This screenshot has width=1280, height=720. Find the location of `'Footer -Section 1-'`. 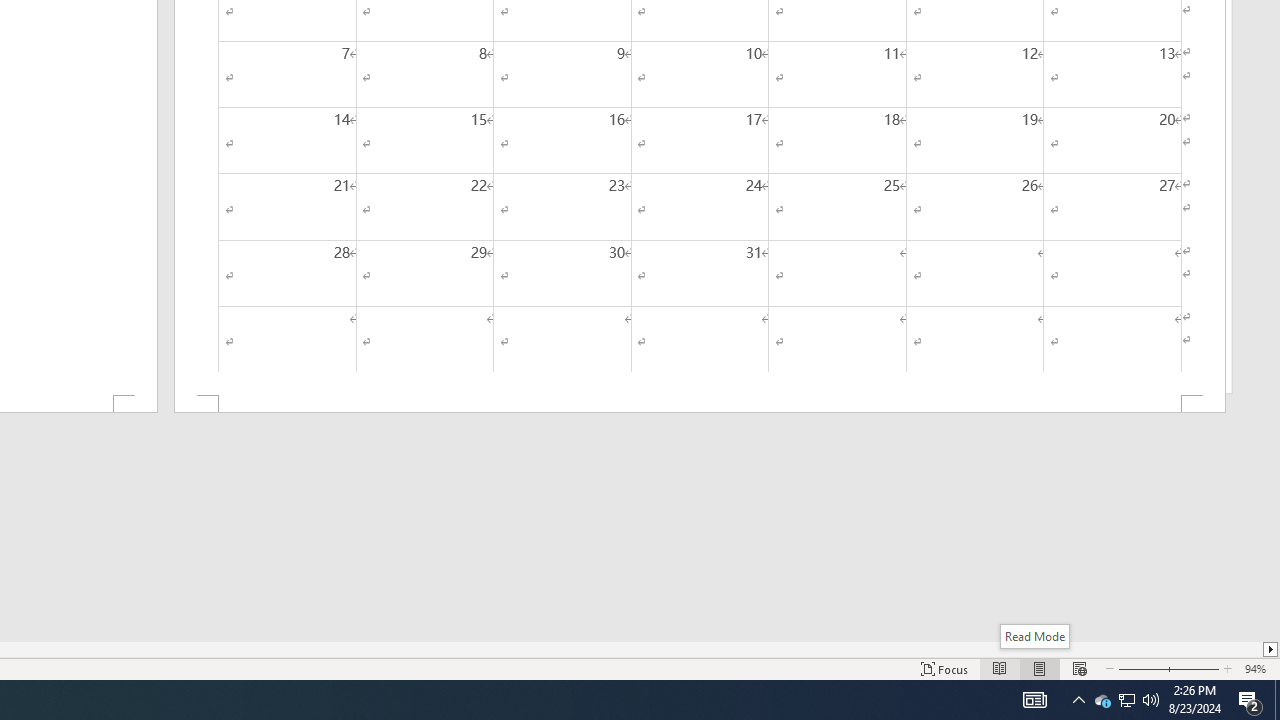

'Footer -Section 1-' is located at coordinates (700, 404).